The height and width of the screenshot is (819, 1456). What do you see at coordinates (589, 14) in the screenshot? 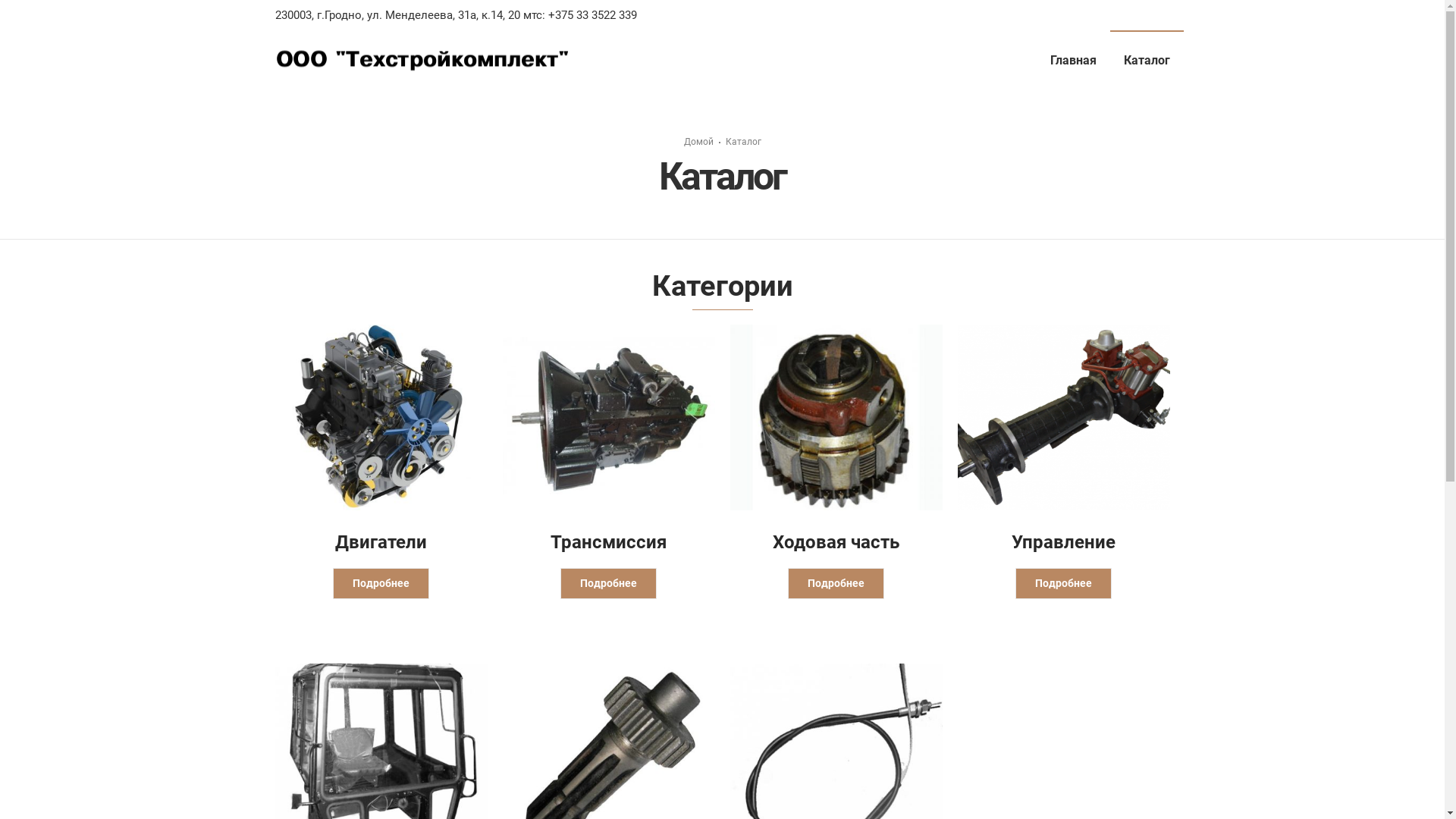
I see `'+375 33 3522 339'` at bounding box center [589, 14].